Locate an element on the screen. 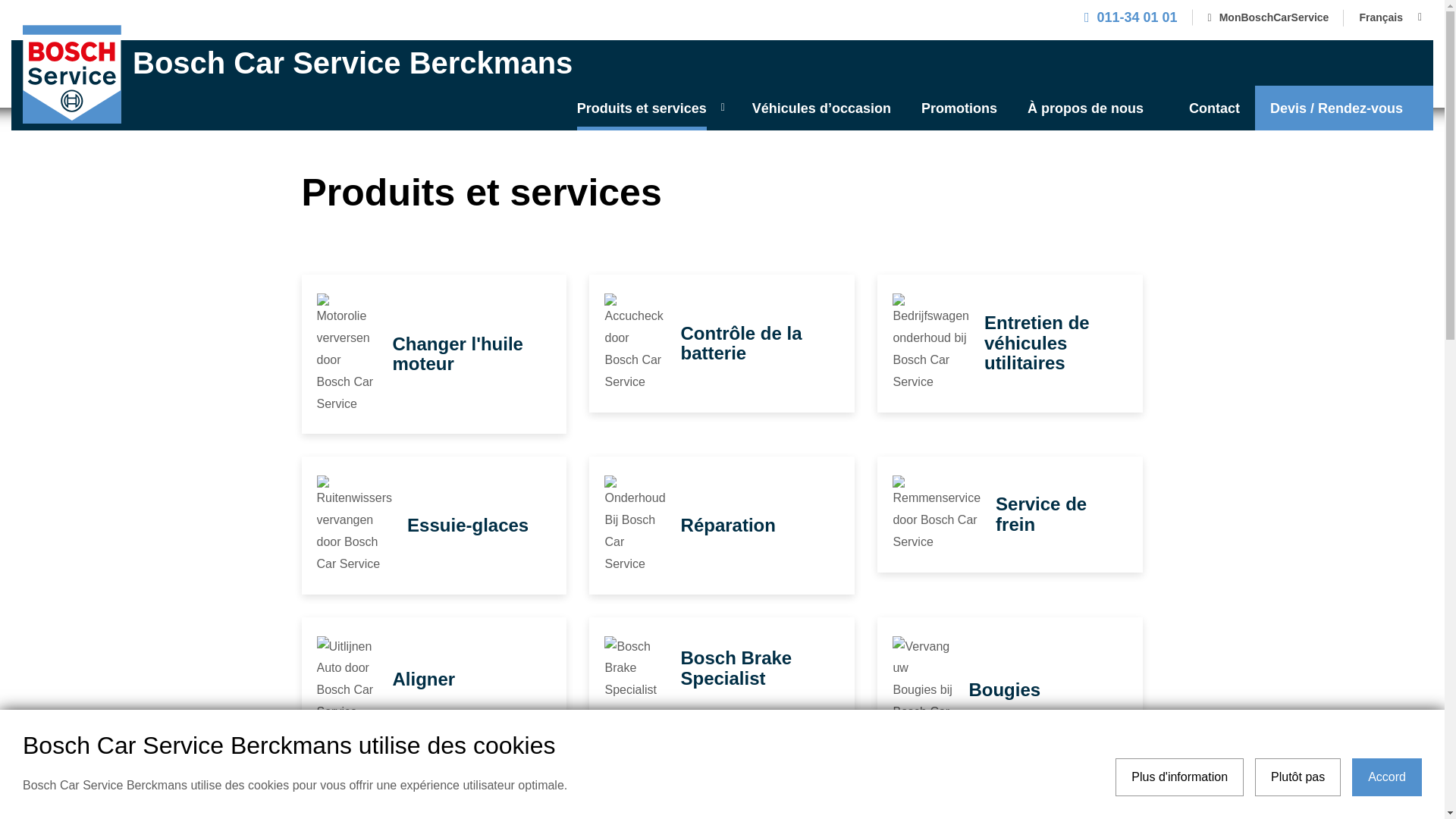 The image size is (1456, 819). 'Accord' is located at coordinates (1386, 777).